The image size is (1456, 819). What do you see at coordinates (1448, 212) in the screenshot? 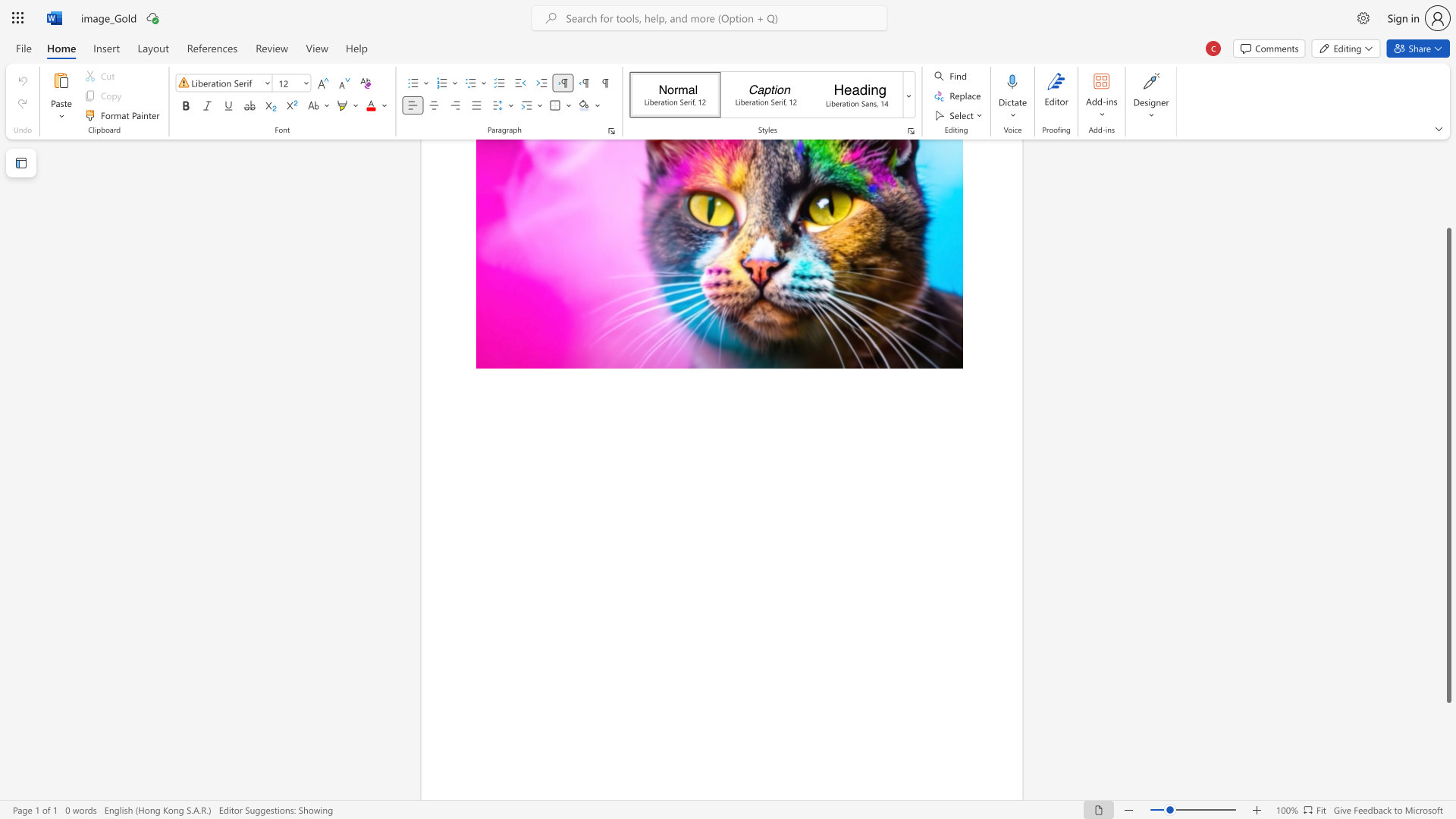
I see `the scrollbar on the right to shift the page higher` at bounding box center [1448, 212].